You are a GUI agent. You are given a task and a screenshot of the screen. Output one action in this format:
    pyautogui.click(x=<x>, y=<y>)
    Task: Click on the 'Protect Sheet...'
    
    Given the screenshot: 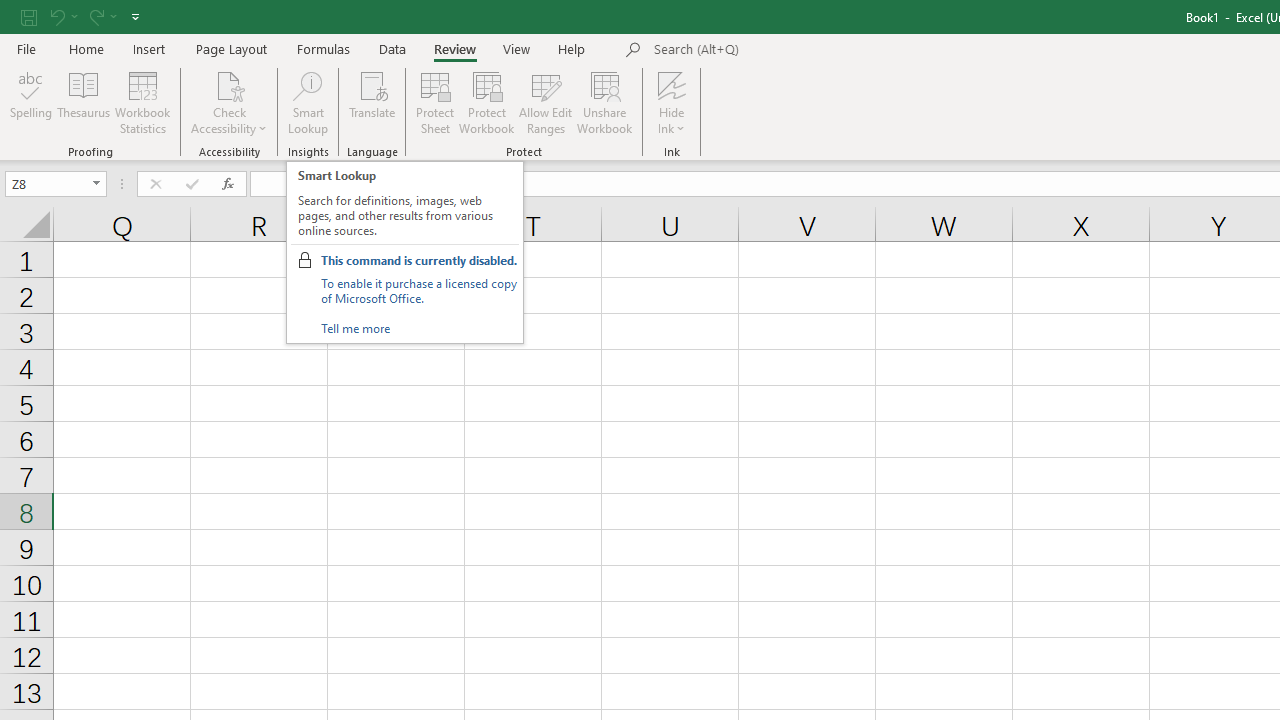 What is the action you would take?
    pyautogui.click(x=434, y=103)
    